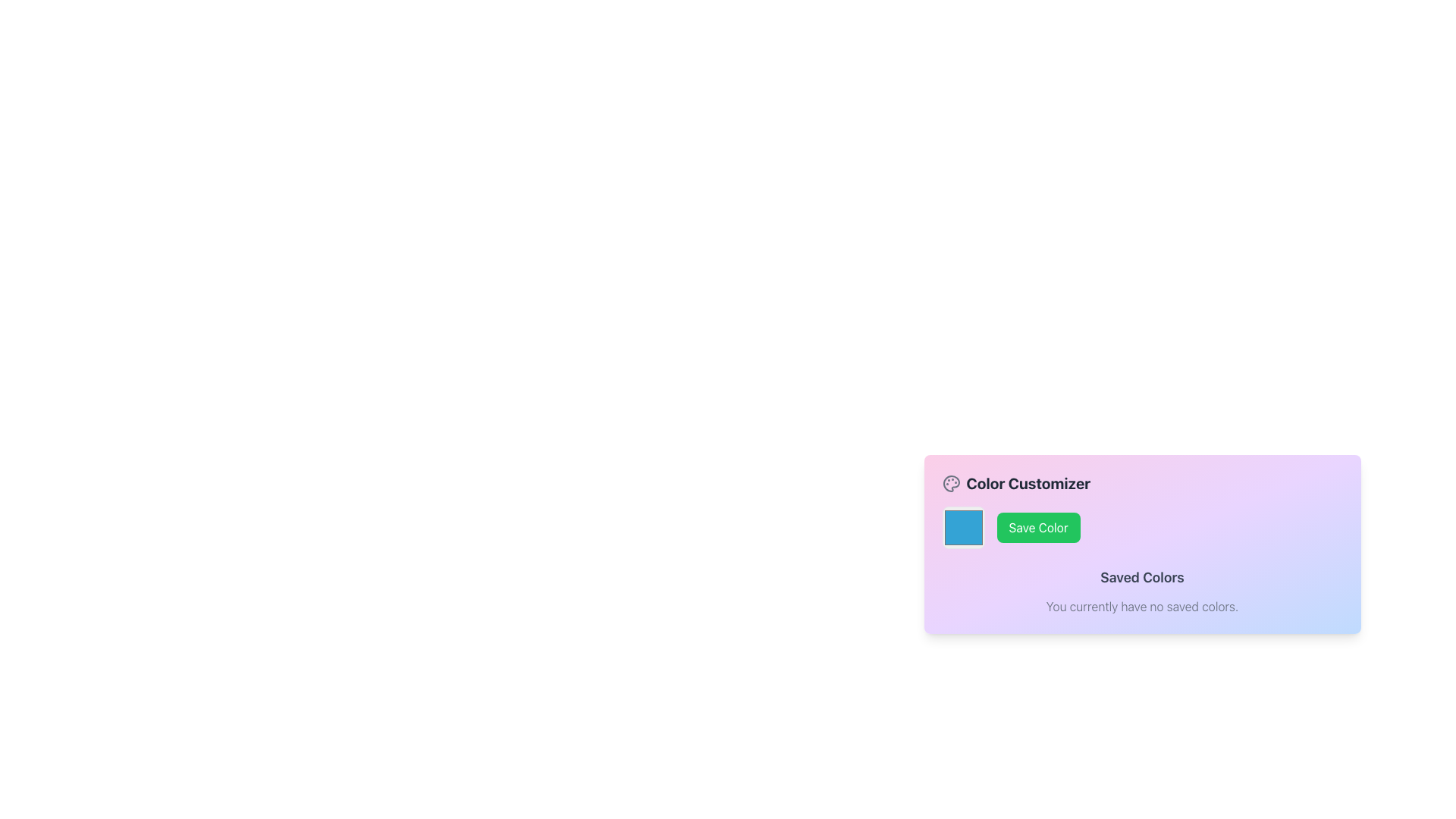 This screenshot has width=1456, height=819. What do you see at coordinates (950, 483) in the screenshot?
I see `the decorative palette icon with rounded edges that is positioned near the 'Color Customizer' text in the top-left region of the color customization tools card` at bounding box center [950, 483].